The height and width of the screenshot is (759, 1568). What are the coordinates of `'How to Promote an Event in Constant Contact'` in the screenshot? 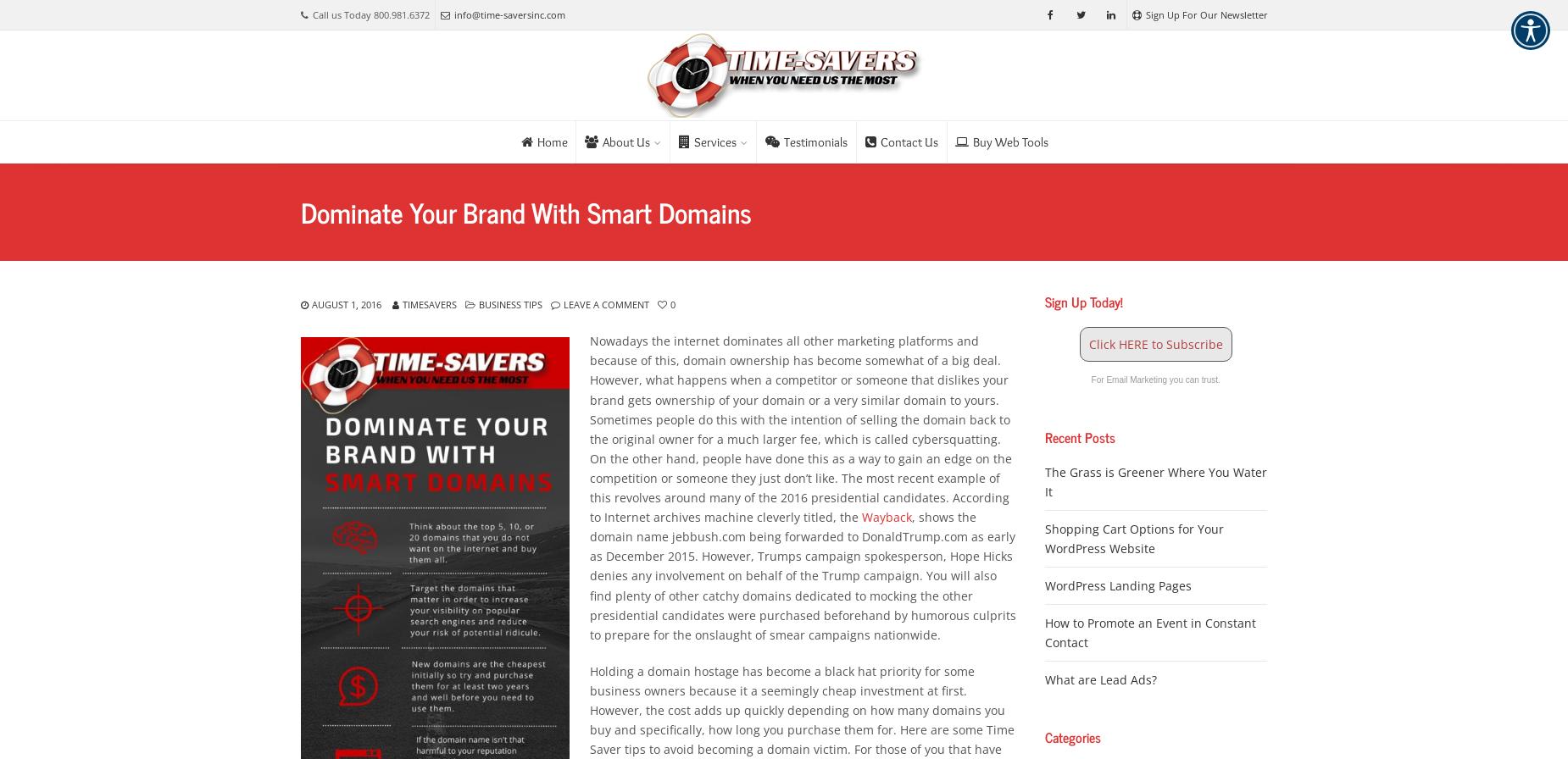 It's located at (1148, 632).